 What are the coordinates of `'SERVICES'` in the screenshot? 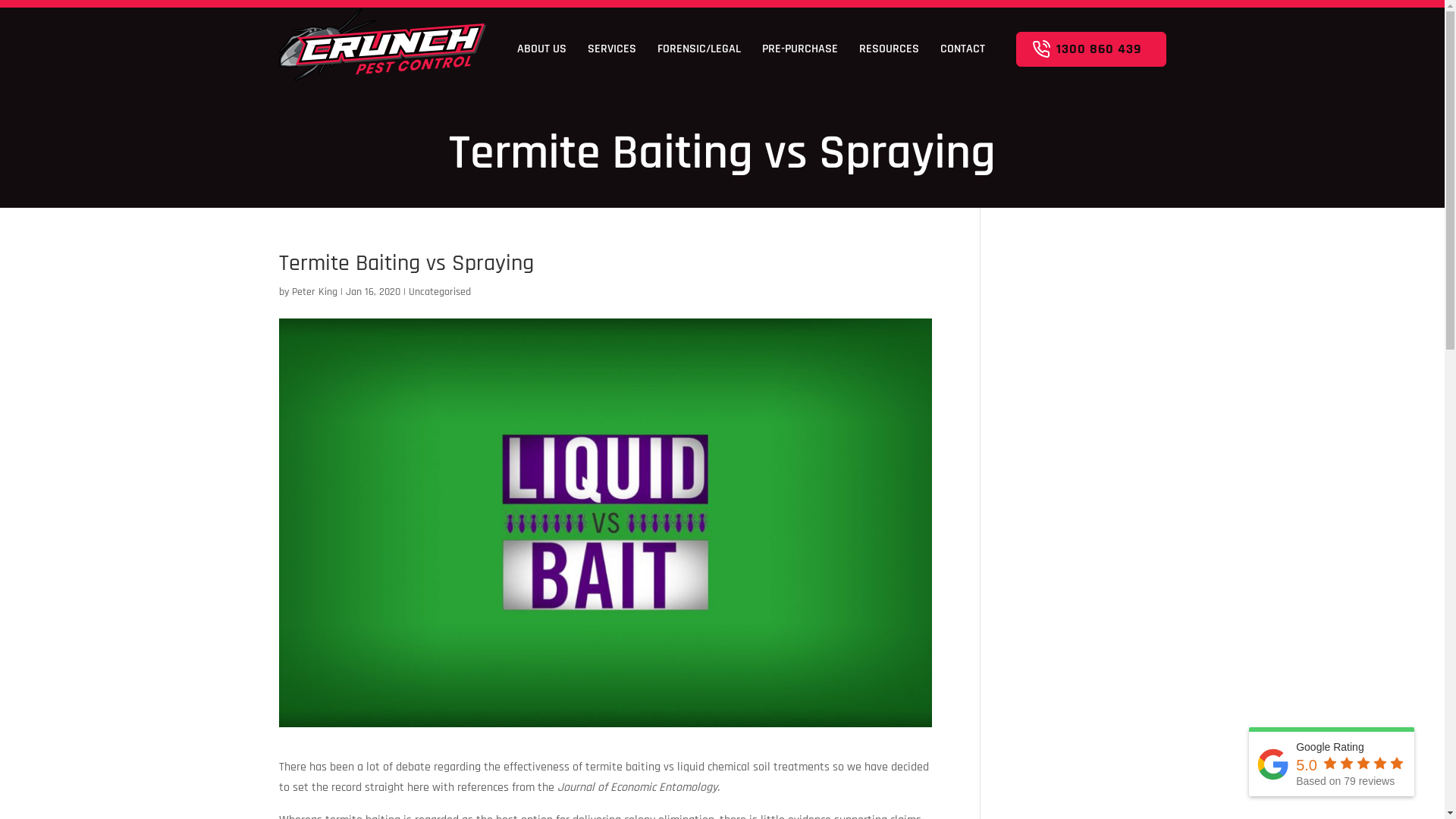 It's located at (611, 48).